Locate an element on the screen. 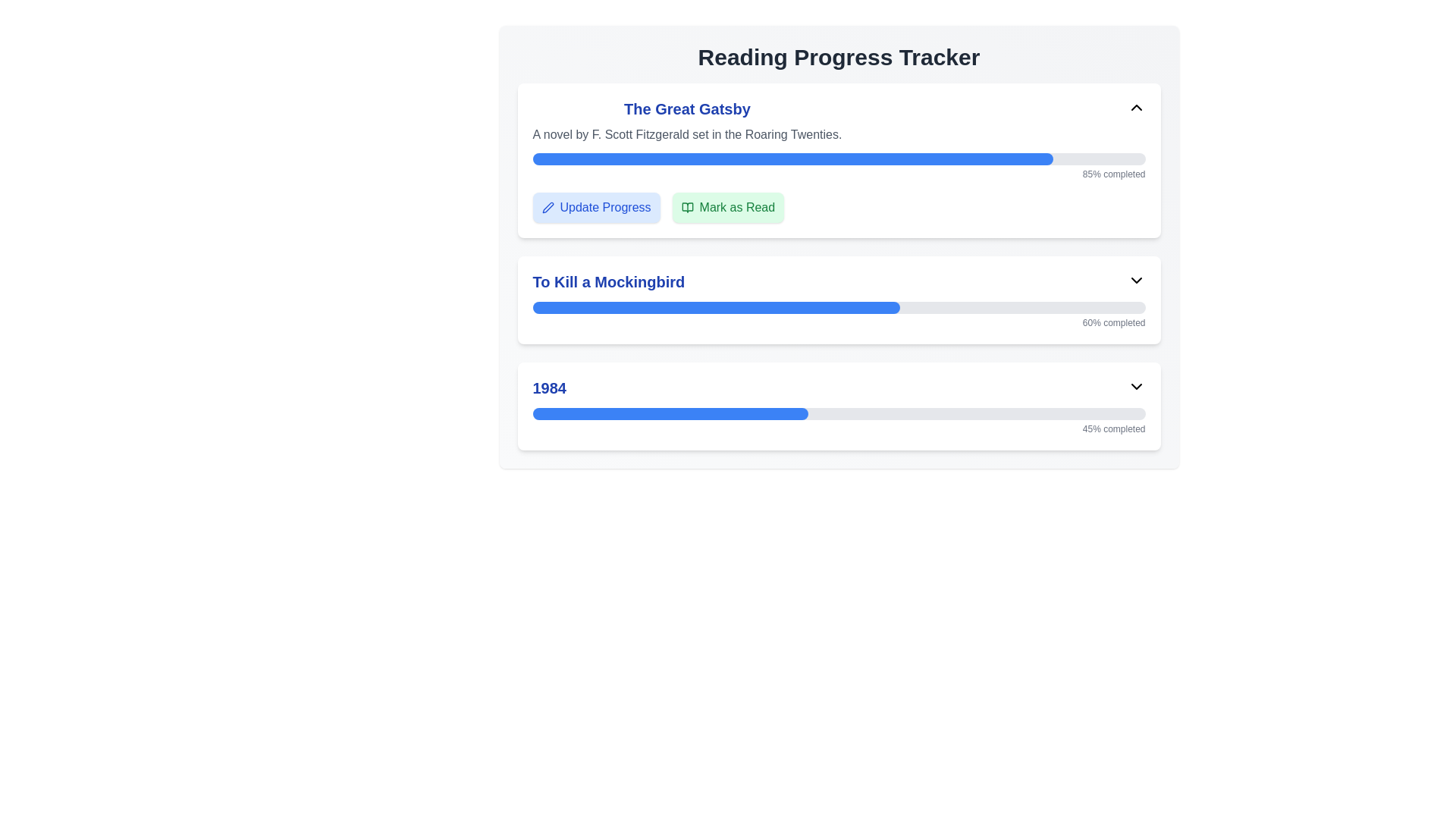 The height and width of the screenshot is (819, 1456). the button located next to the 'Update Progress' button to mark the reading item 'The Great Gatsby' as read is located at coordinates (728, 207).